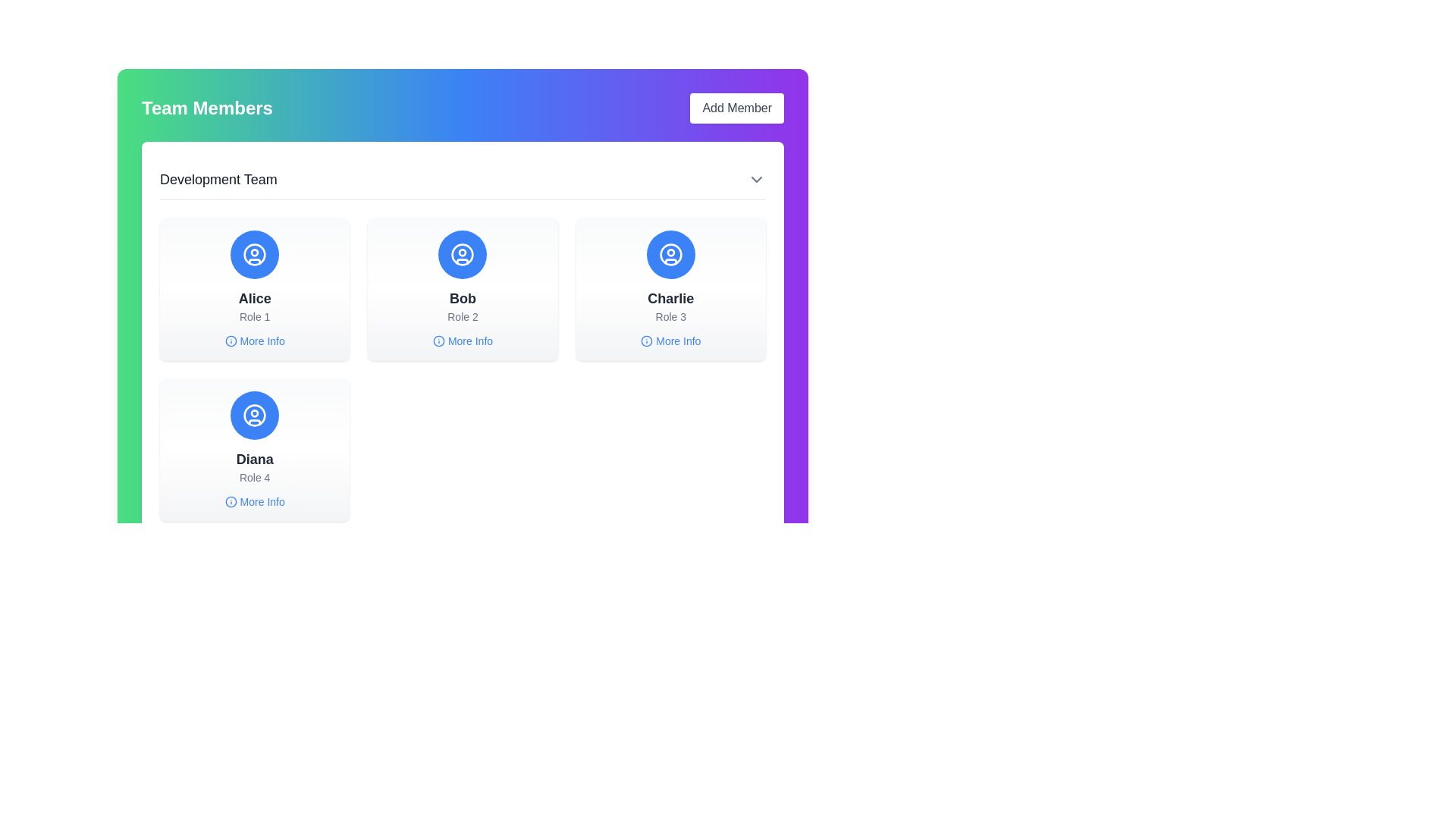 This screenshot has height=819, width=1456. I want to click on the small circular blue 'i' icon in the 'More Info' section under Bob's profile in the Development Team group, so click(438, 341).